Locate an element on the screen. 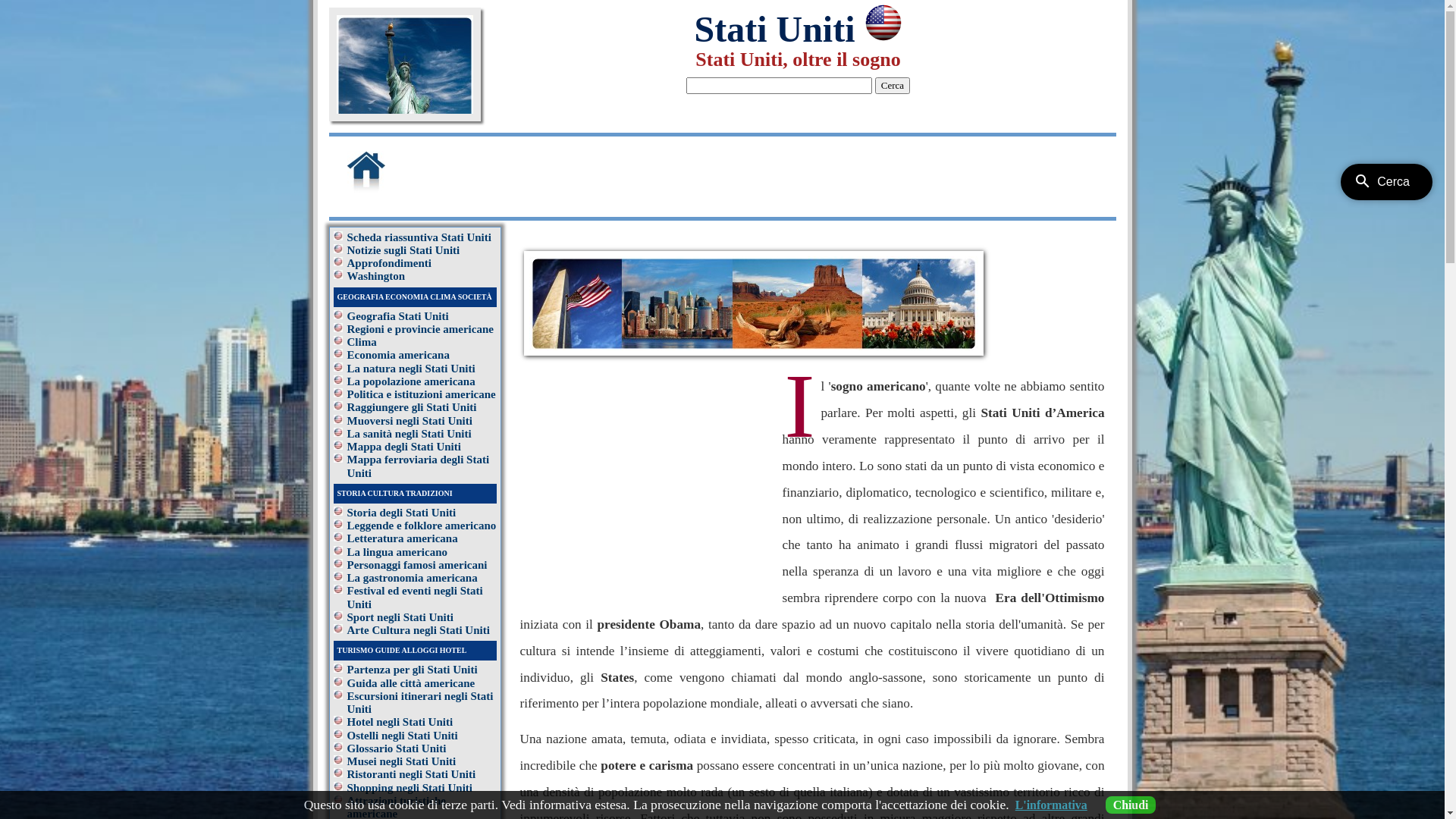 The image size is (1456, 819). 'Stati Uniti' is located at coordinates (693, 29).